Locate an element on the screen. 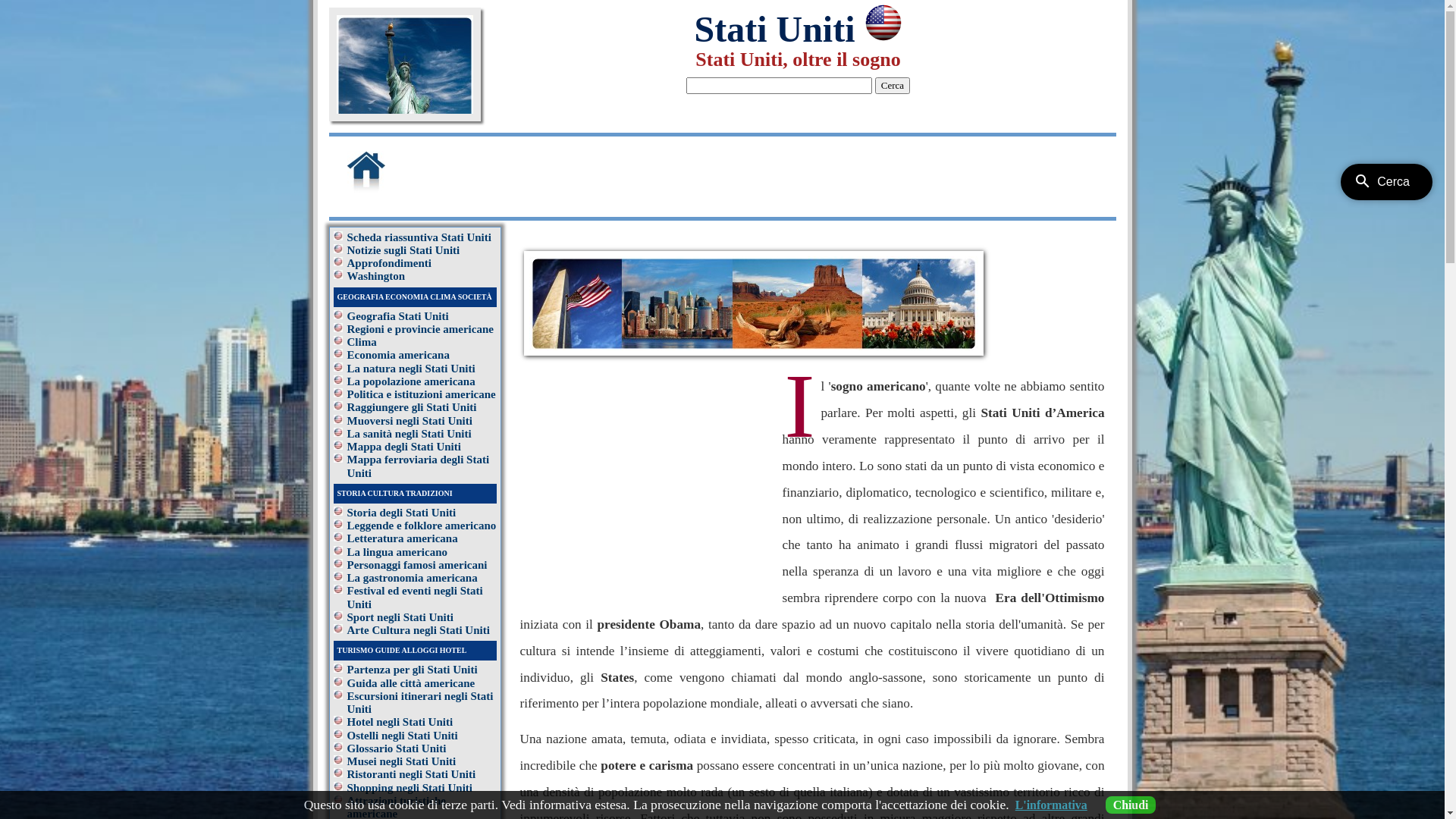 The image size is (1456, 819). 'Stati Uniti' is located at coordinates (693, 29).